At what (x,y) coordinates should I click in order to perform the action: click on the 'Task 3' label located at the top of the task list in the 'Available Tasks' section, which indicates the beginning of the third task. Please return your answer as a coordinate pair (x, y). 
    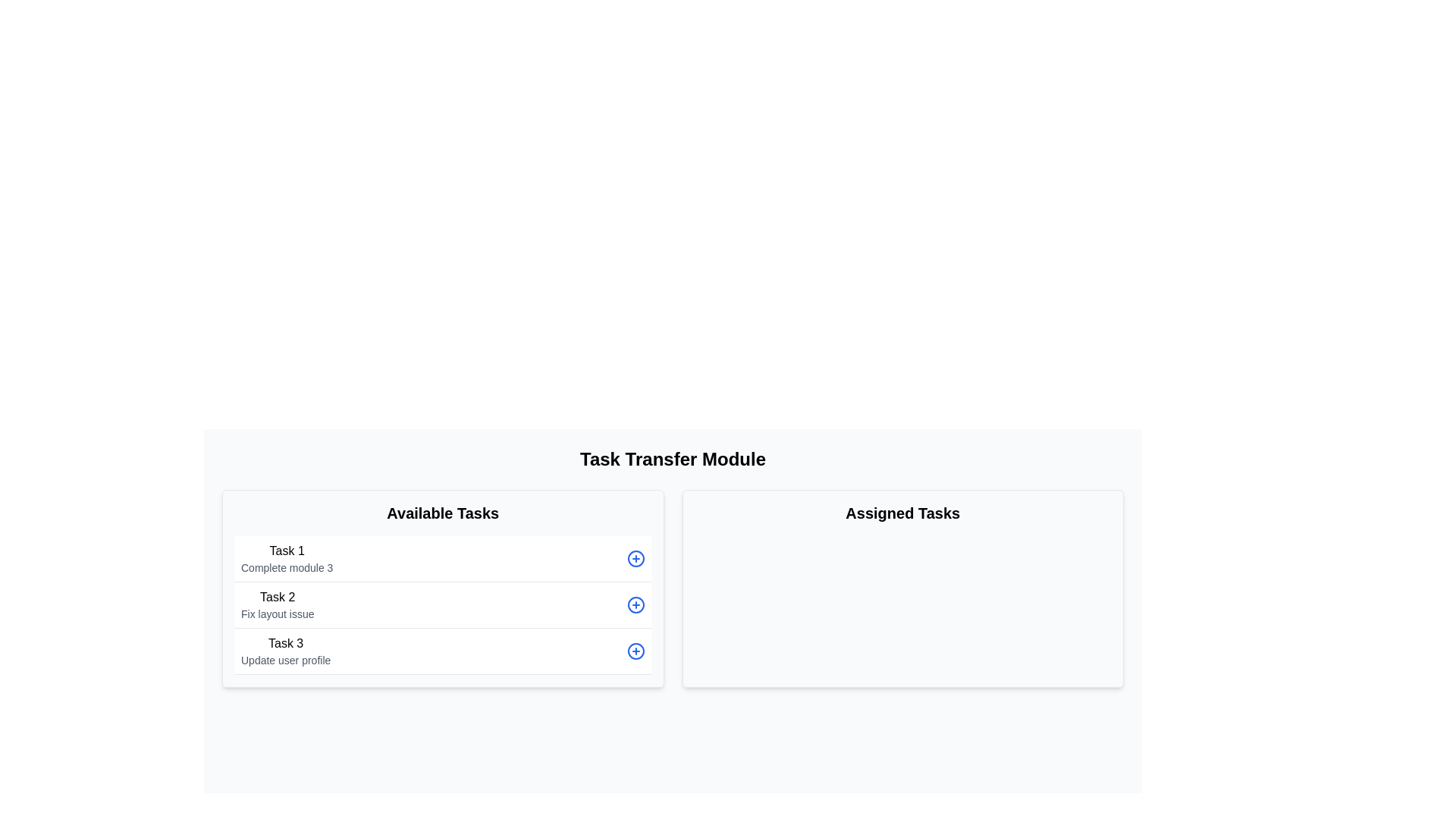
    Looking at the image, I should click on (286, 643).